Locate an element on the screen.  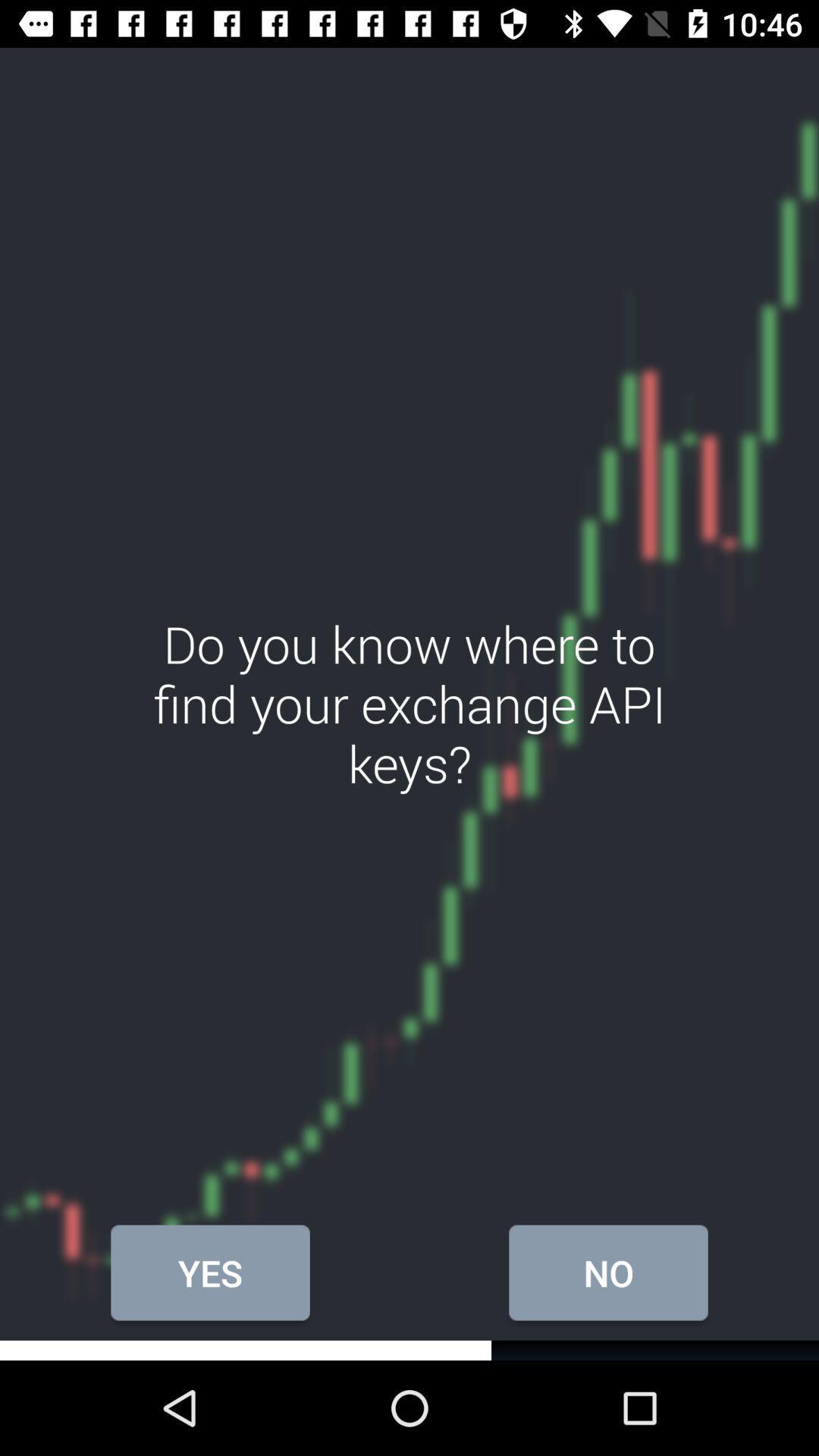
no icon is located at coordinates (607, 1272).